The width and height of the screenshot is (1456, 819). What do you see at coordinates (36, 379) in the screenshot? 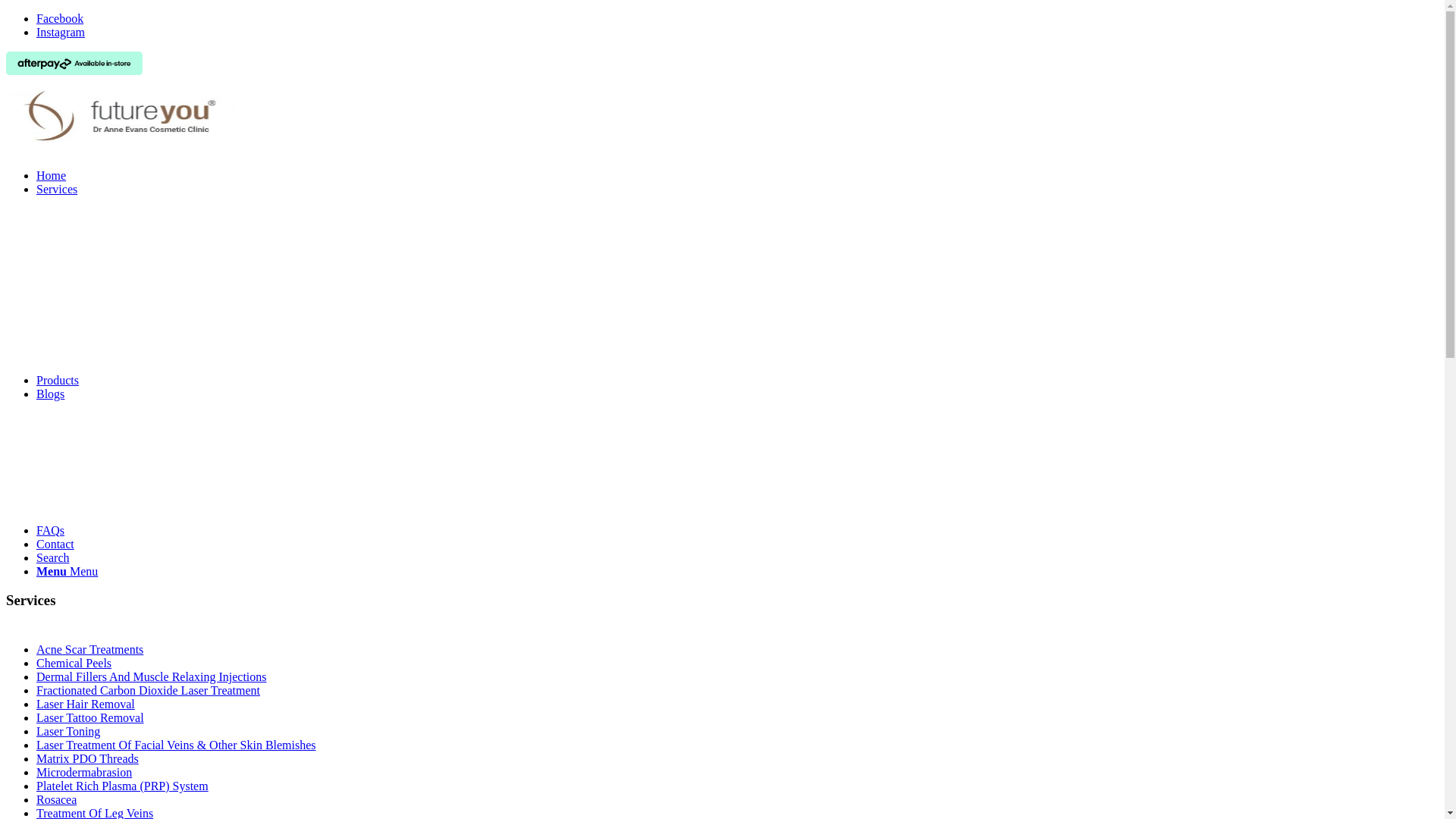
I see `'Products'` at bounding box center [36, 379].